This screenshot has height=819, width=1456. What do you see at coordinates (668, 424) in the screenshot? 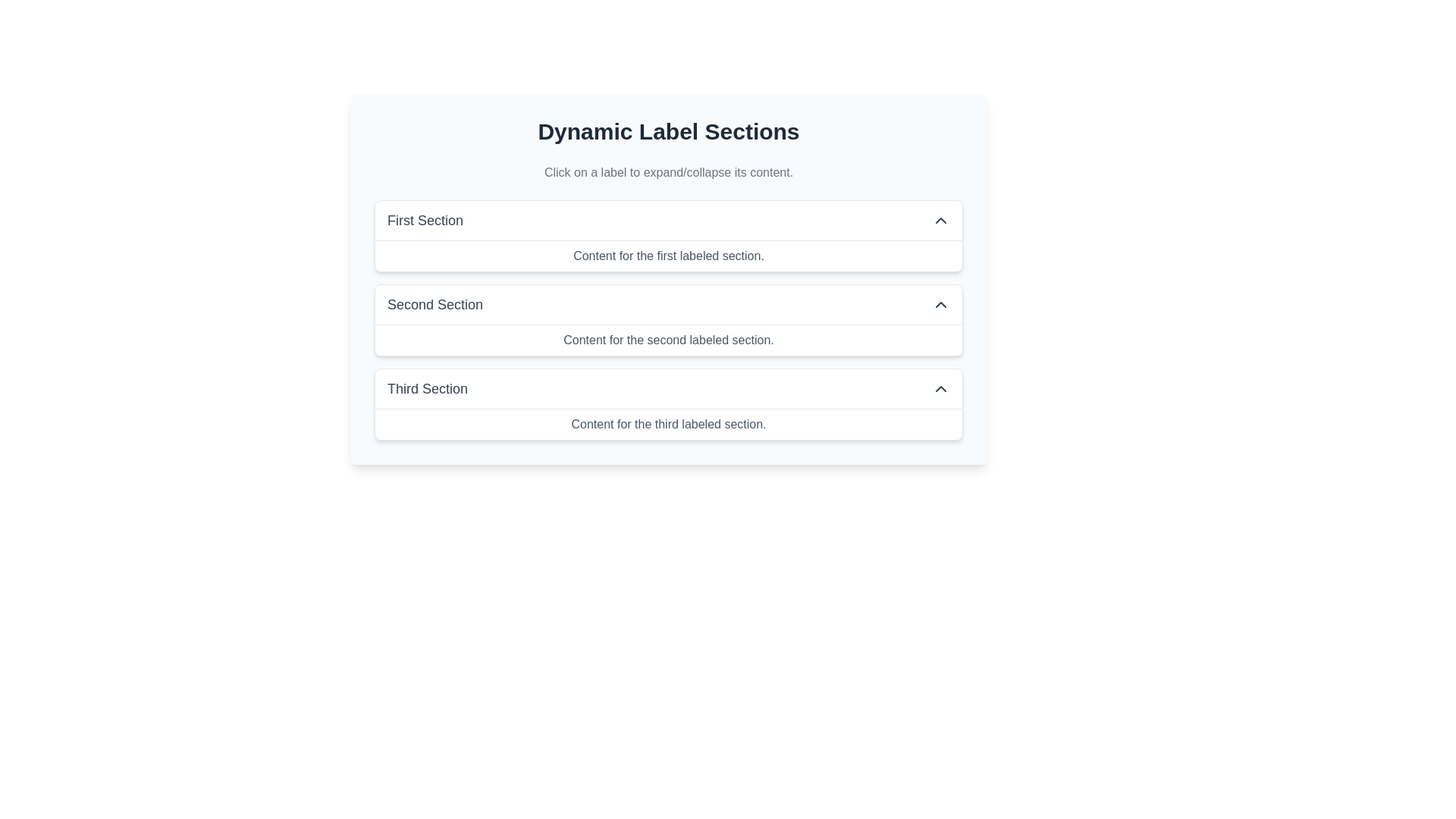
I see `the auxiliary descriptive text element located directly below the 'Third Section' header, which provides additional information for this section` at bounding box center [668, 424].